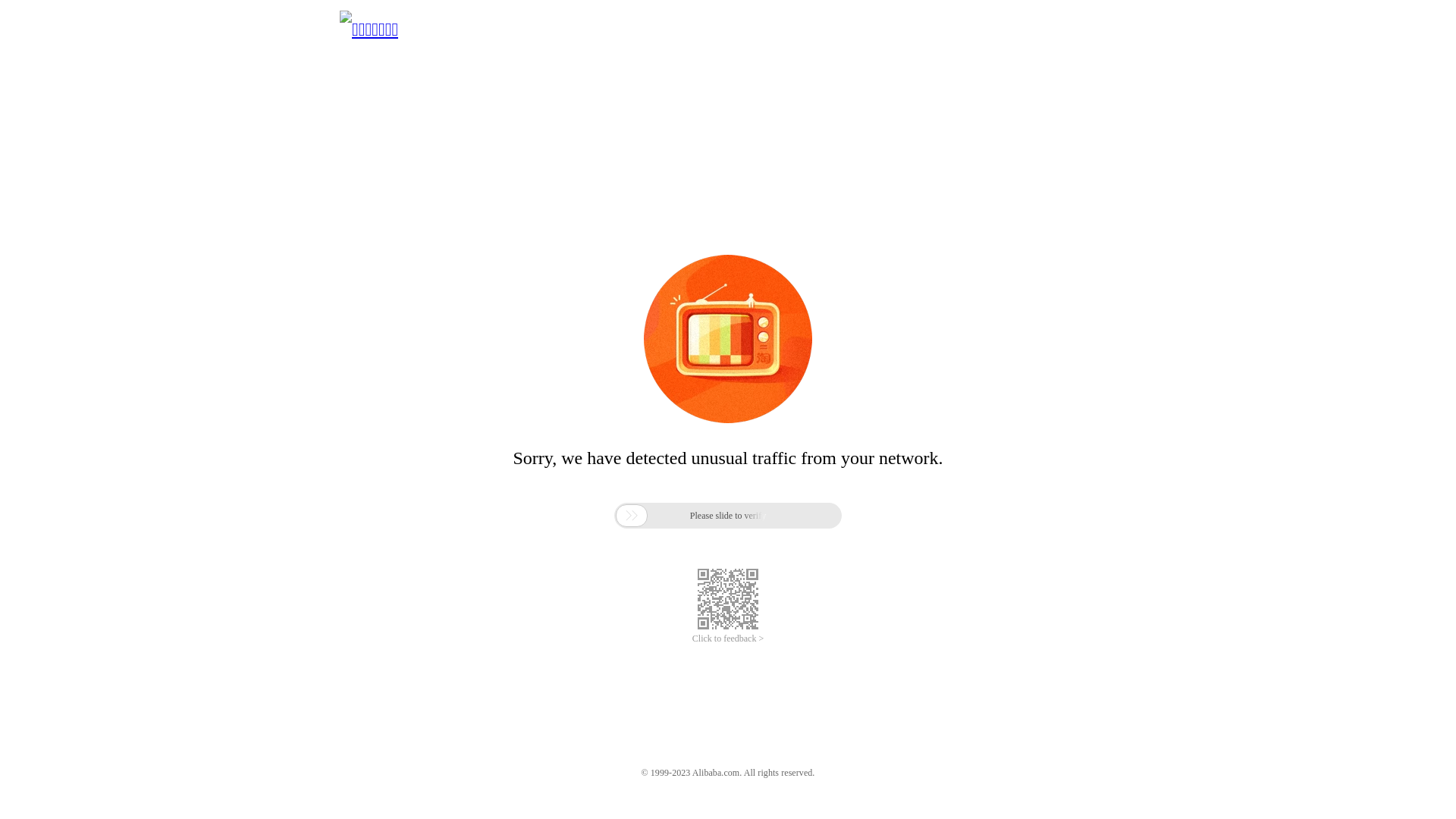 This screenshot has height=819, width=1456. Describe the element at coordinates (728, 639) in the screenshot. I see `'Click to feedback >'` at that location.